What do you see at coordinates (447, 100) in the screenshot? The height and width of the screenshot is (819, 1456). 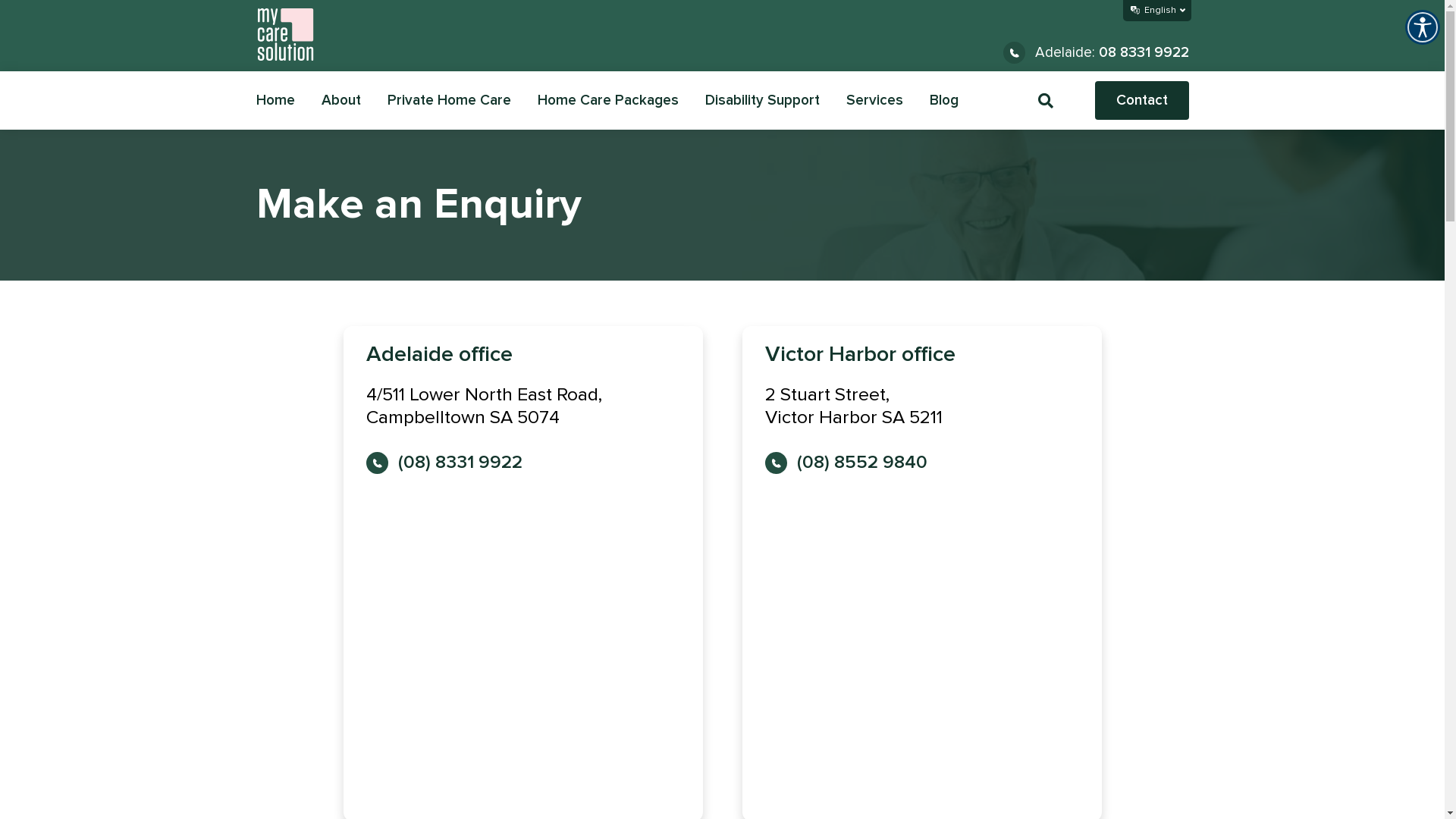 I see `'Private Home Care'` at bounding box center [447, 100].